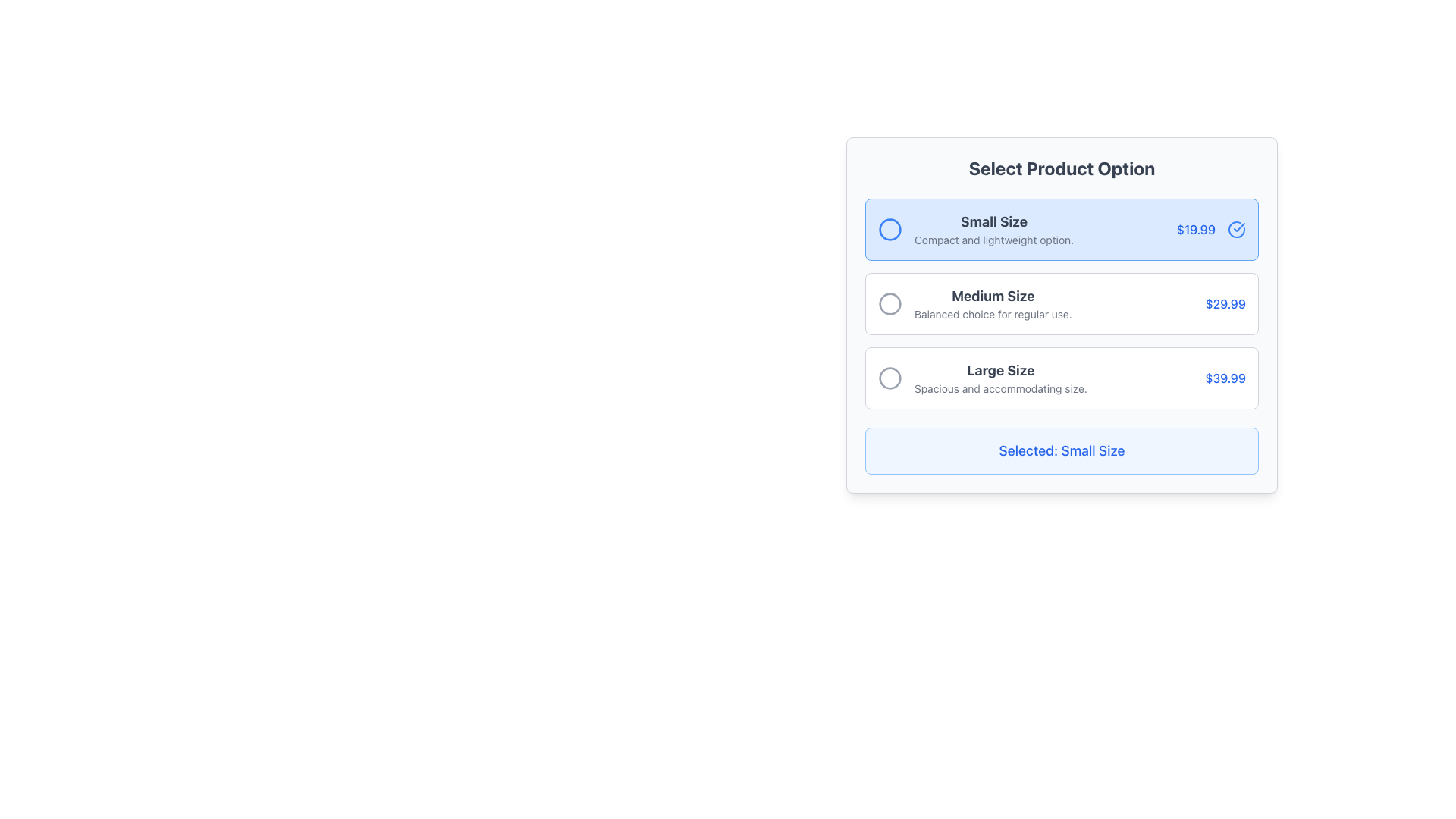 This screenshot has height=819, width=1456. What do you see at coordinates (993, 239) in the screenshot?
I see `the descriptive information text about the 'Small Size' product option, which is located directly below the 'Small Size' text within the blue-highlighted product option card on the top left corner of the card's content section` at bounding box center [993, 239].